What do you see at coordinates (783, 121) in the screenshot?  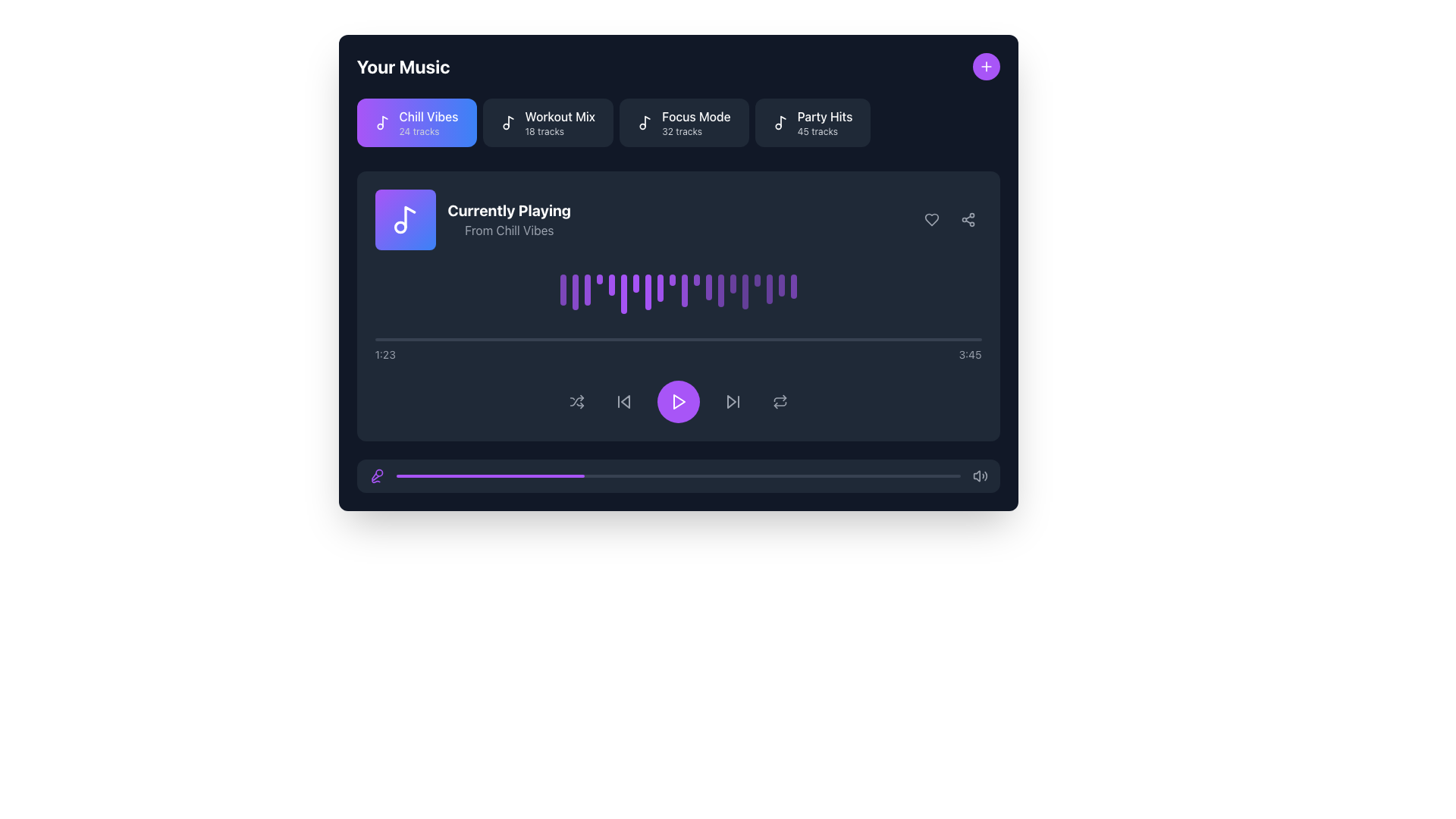 I see `the vertical segment of the music note icon located in the top-right corner of the main interface within the 'Party Hits' button` at bounding box center [783, 121].